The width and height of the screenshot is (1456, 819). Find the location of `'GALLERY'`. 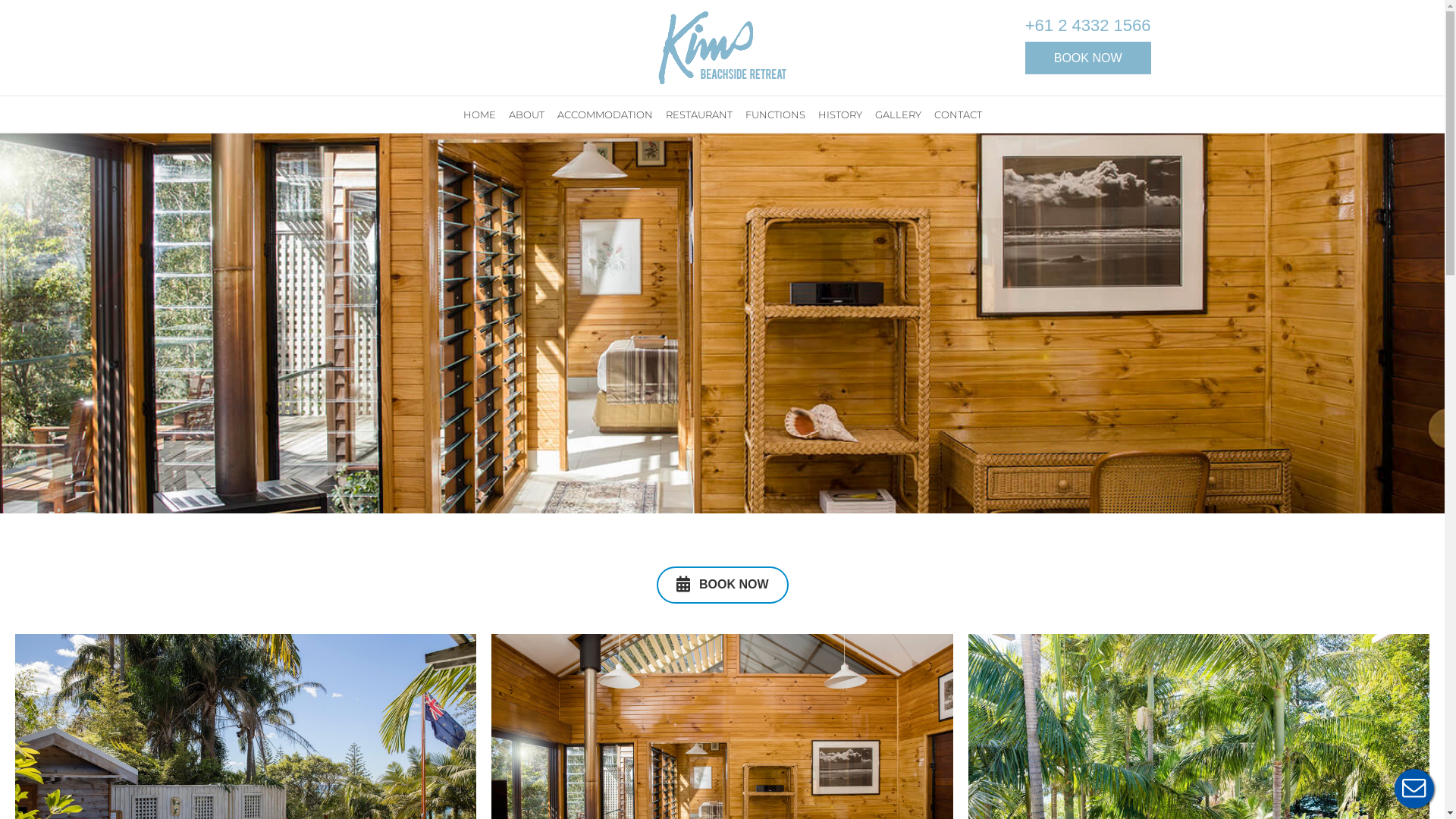

'GALLERY' is located at coordinates (897, 113).